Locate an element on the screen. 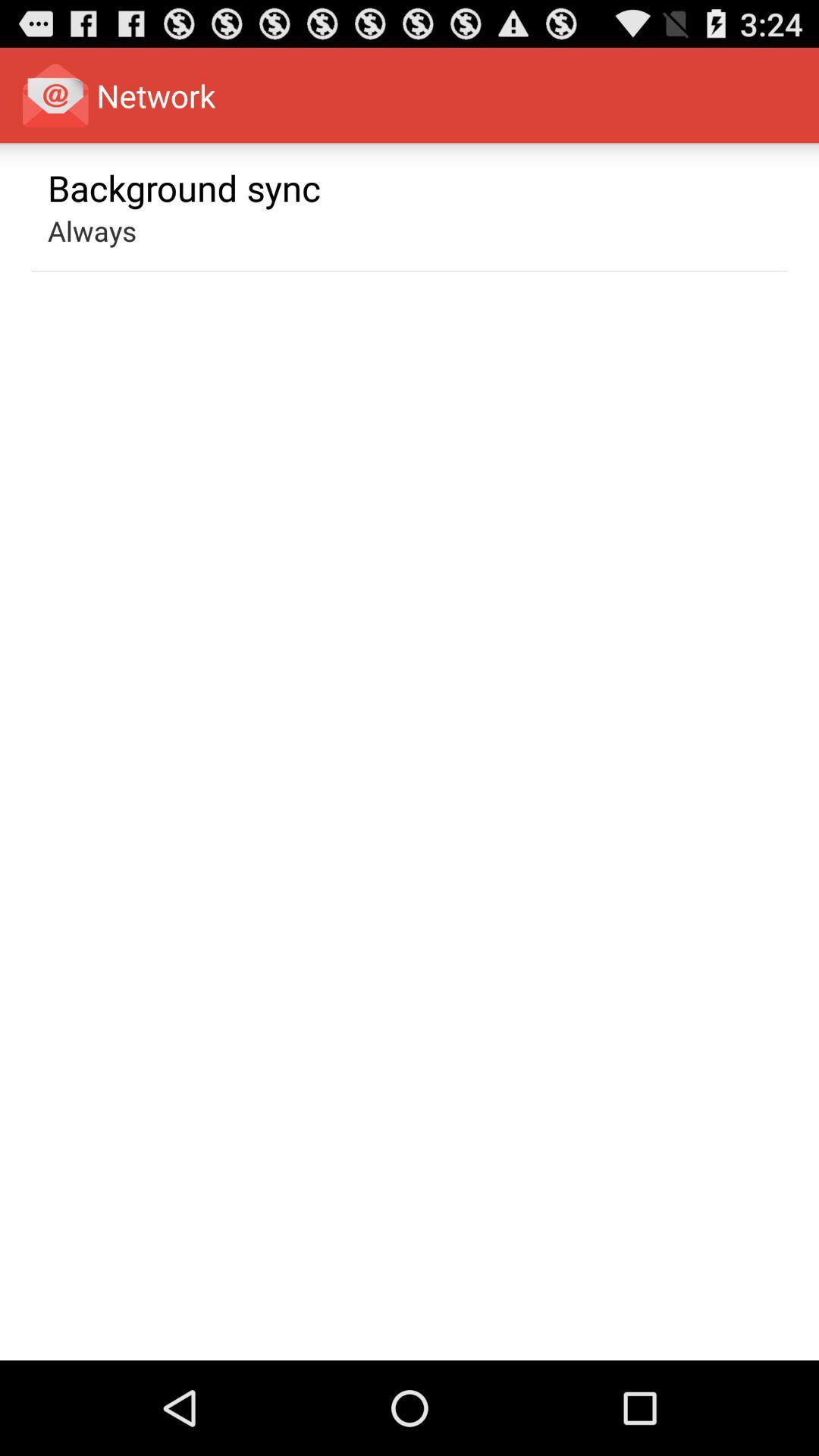 The height and width of the screenshot is (1456, 819). app above the always app is located at coordinates (184, 187).